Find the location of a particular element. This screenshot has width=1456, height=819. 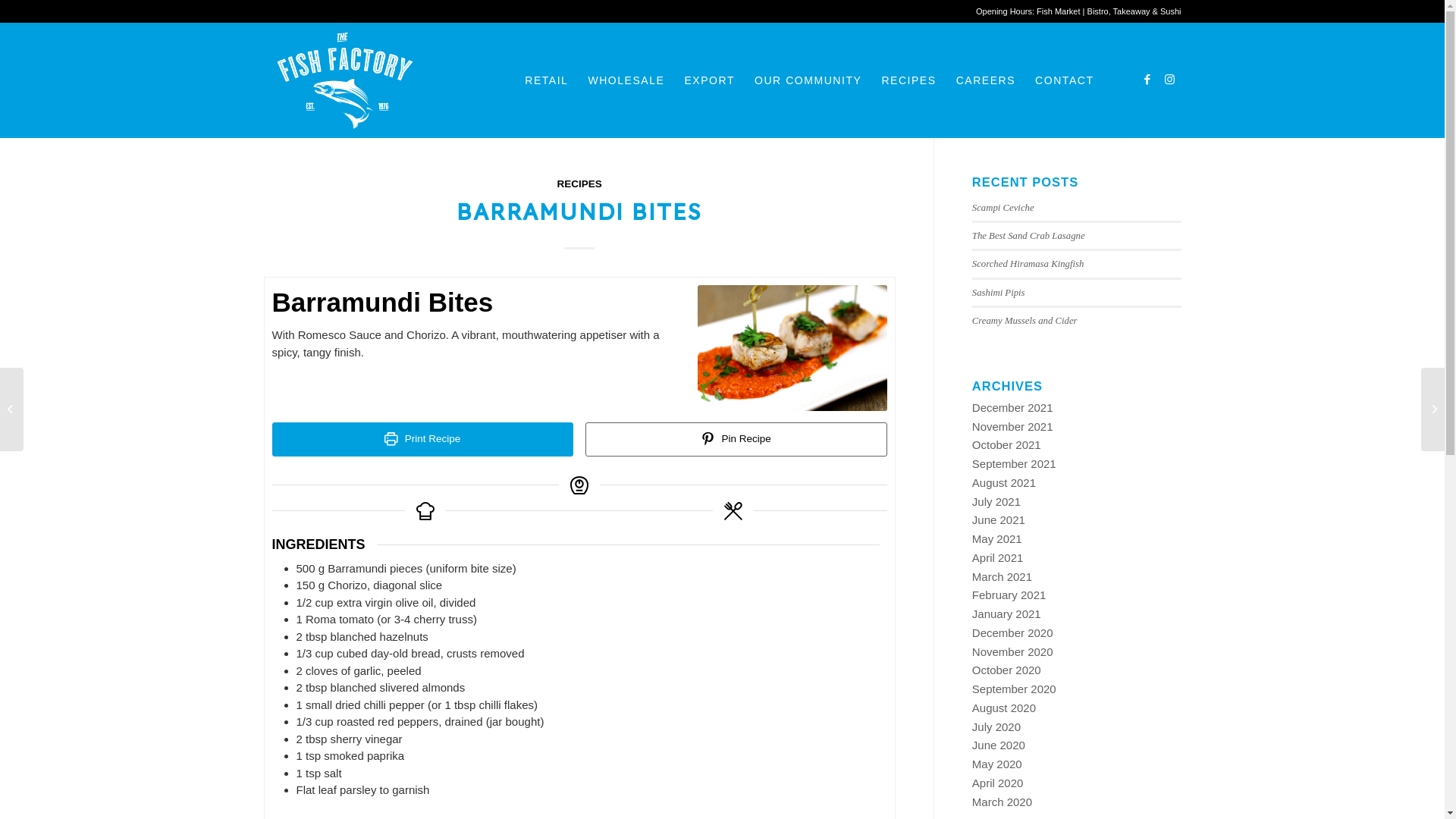

'BARRAMUNDI BITES' is located at coordinates (579, 209).